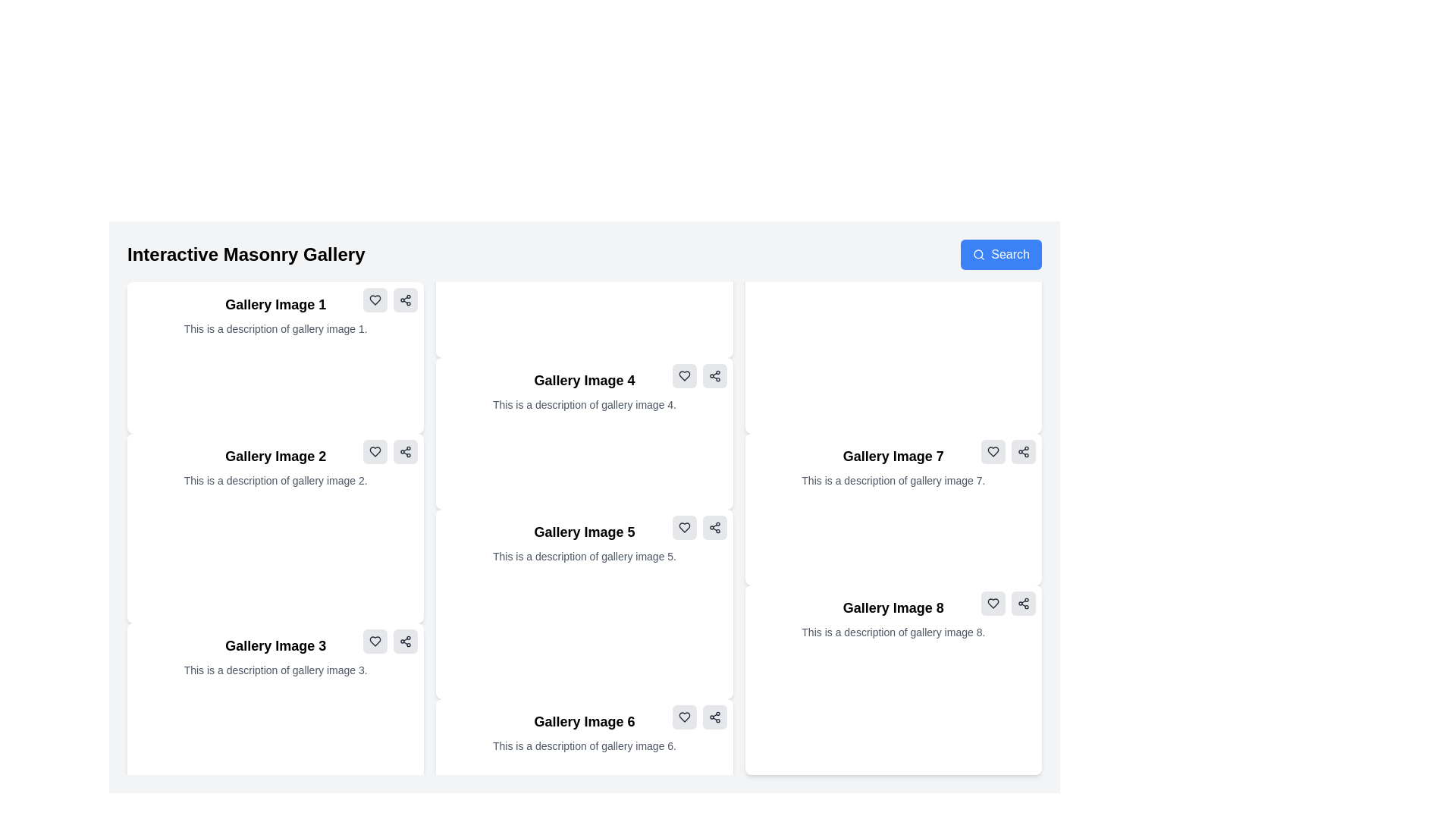 The width and height of the screenshot is (1456, 819). What do you see at coordinates (275, 656) in the screenshot?
I see `the adjacent buttons` at bounding box center [275, 656].